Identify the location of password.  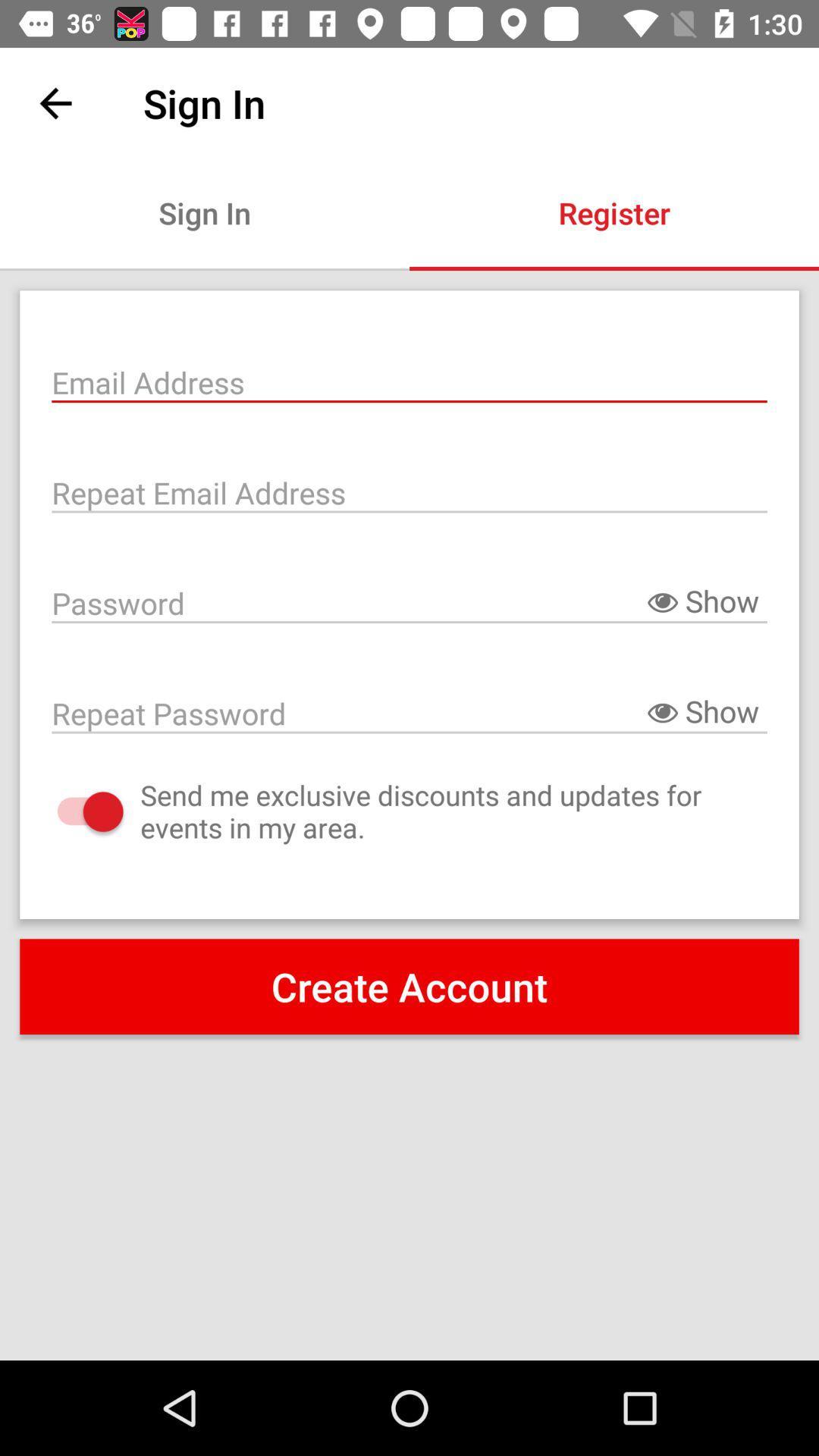
(409, 711).